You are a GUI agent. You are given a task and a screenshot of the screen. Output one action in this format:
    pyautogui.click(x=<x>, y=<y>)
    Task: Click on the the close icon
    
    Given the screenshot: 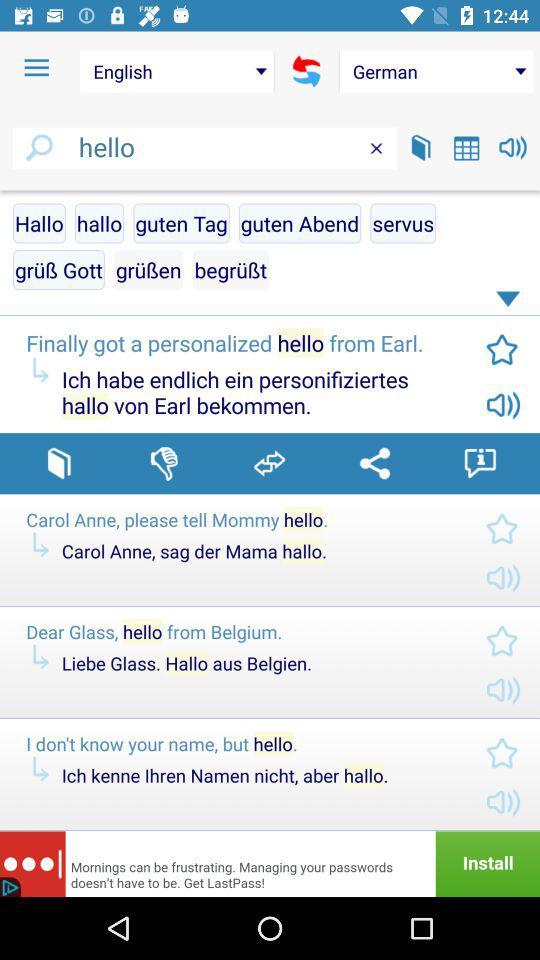 What is the action you would take?
    pyautogui.click(x=376, y=147)
    